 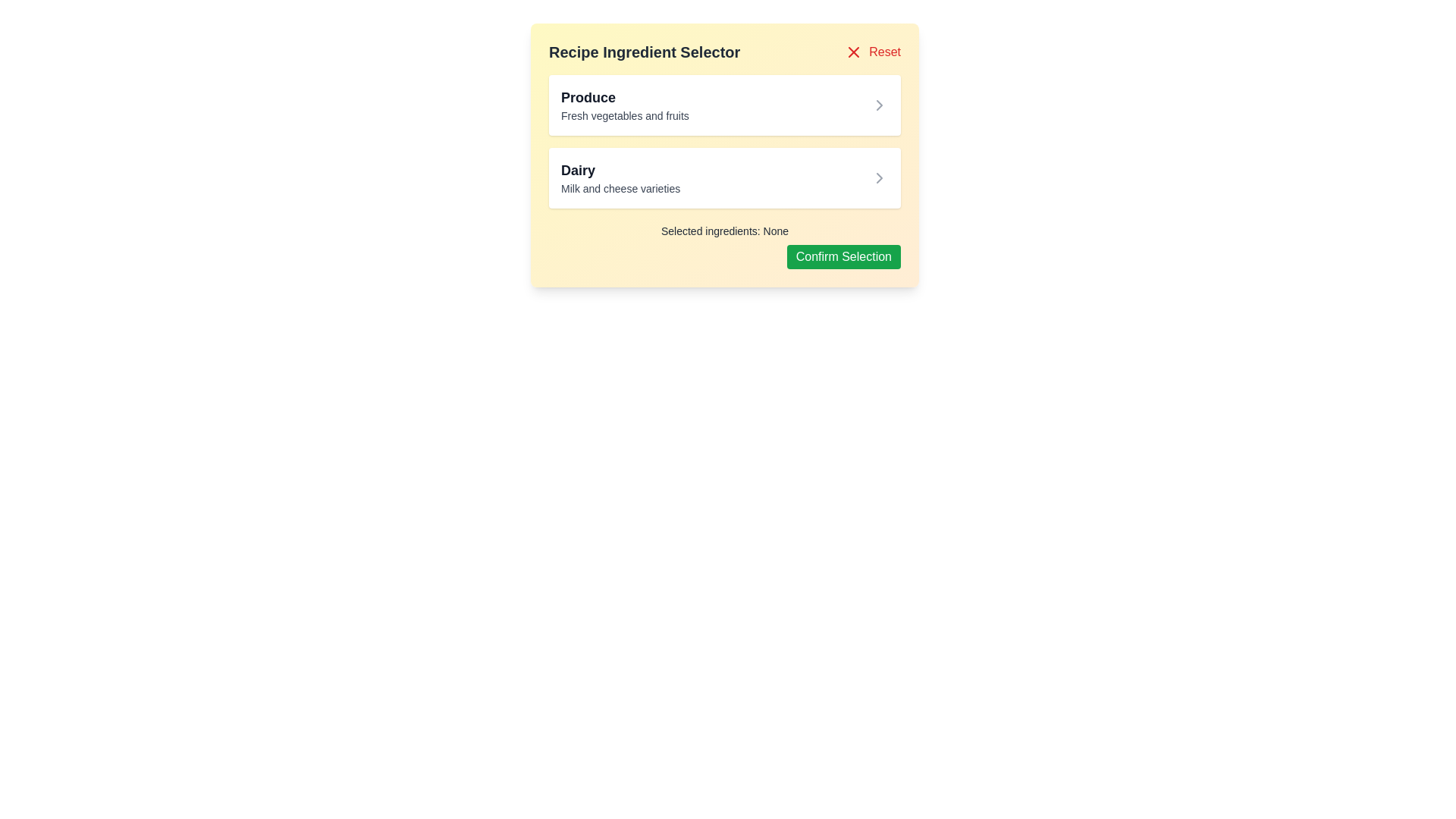 I want to click on the 'Produce' icon located at the far-right end of the 'Produce' section, so click(x=880, y=104).